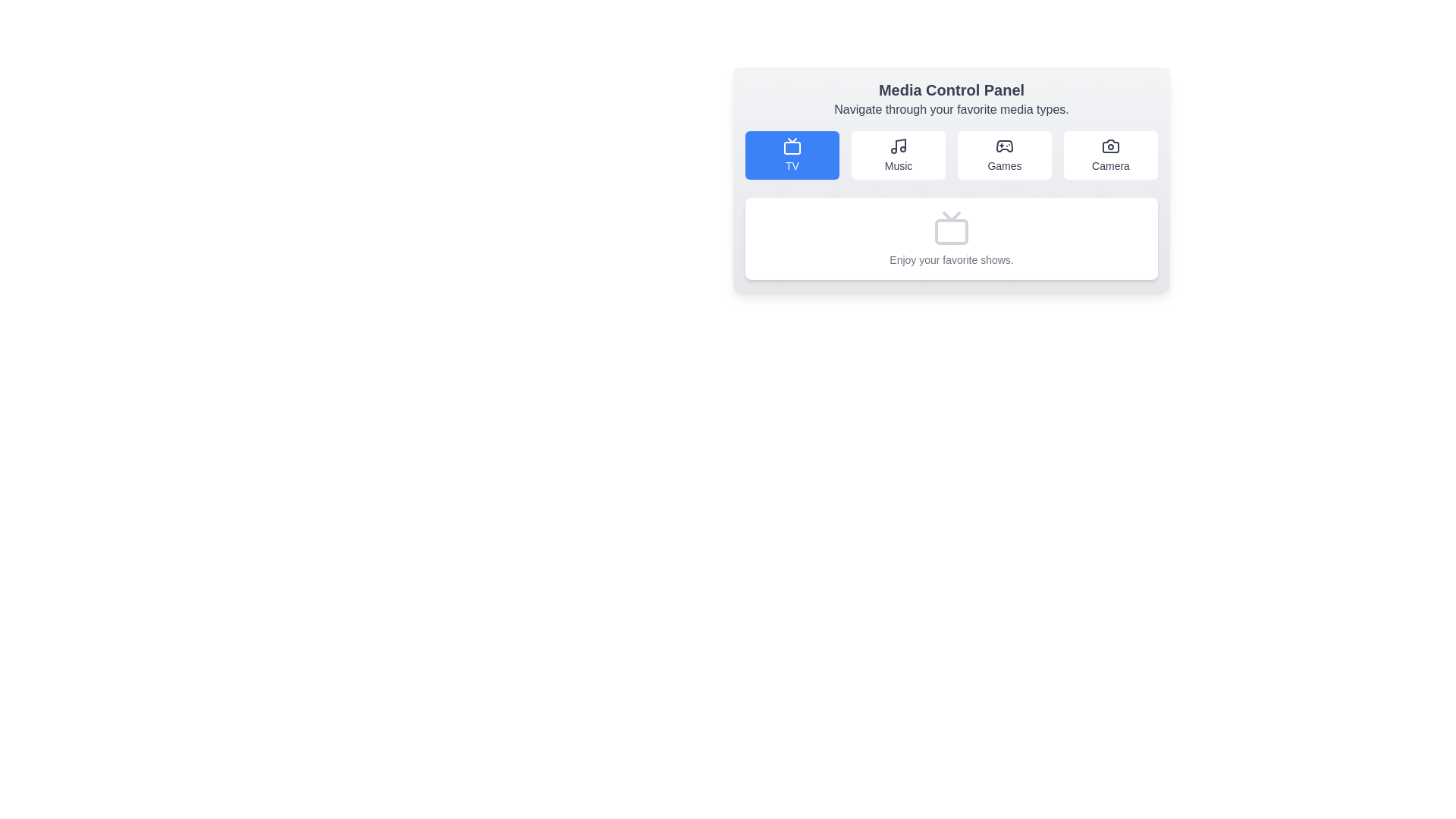 The height and width of the screenshot is (819, 1456). What do you see at coordinates (899, 146) in the screenshot?
I see `the musical note icon located under the 'Music' label in the media control panel` at bounding box center [899, 146].